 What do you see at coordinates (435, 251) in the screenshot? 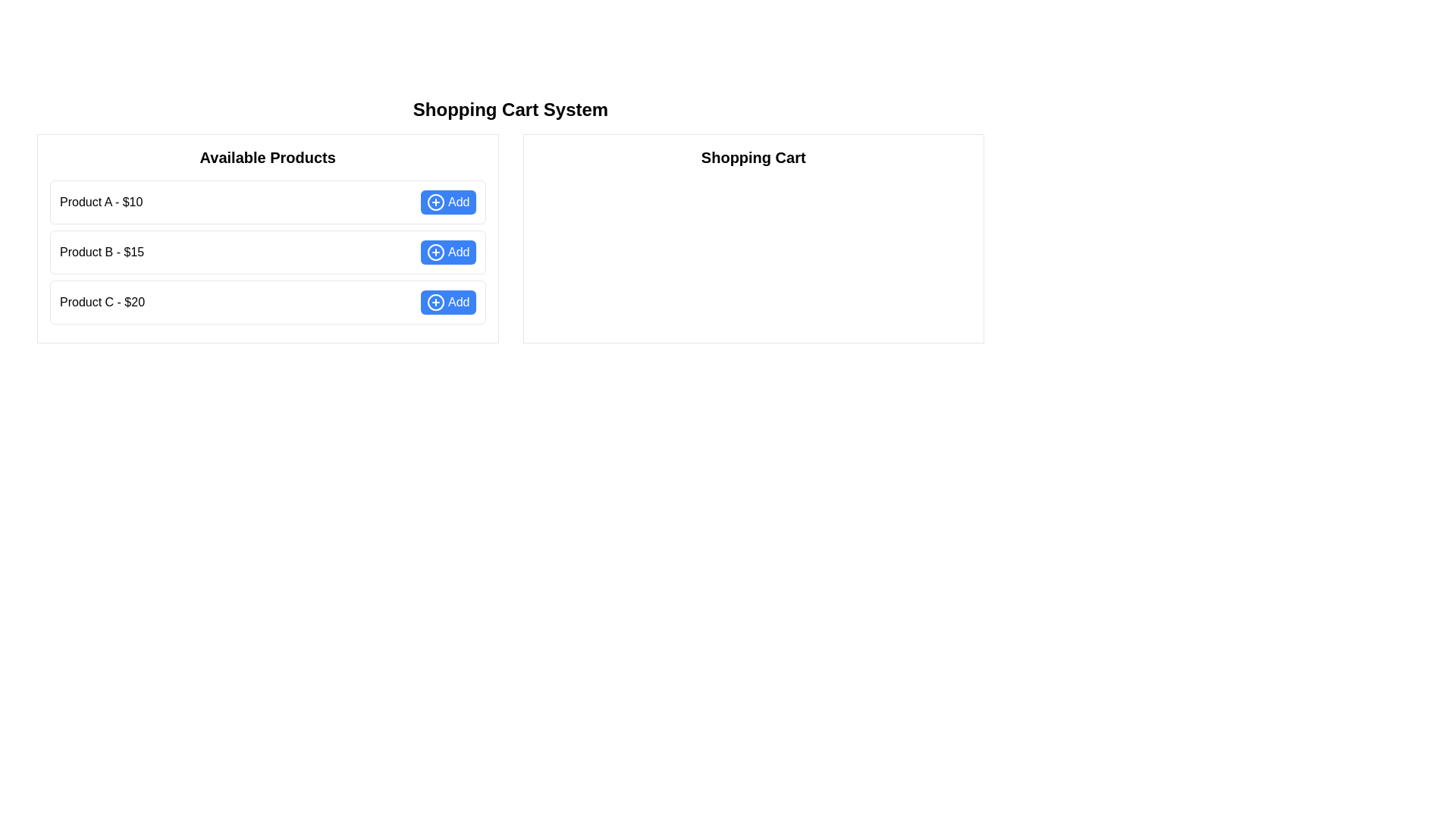
I see `the SVG circle that is the central part of the '+' icon within the 'Add' button for the second product in the 'Available Products' list` at bounding box center [435, 251].